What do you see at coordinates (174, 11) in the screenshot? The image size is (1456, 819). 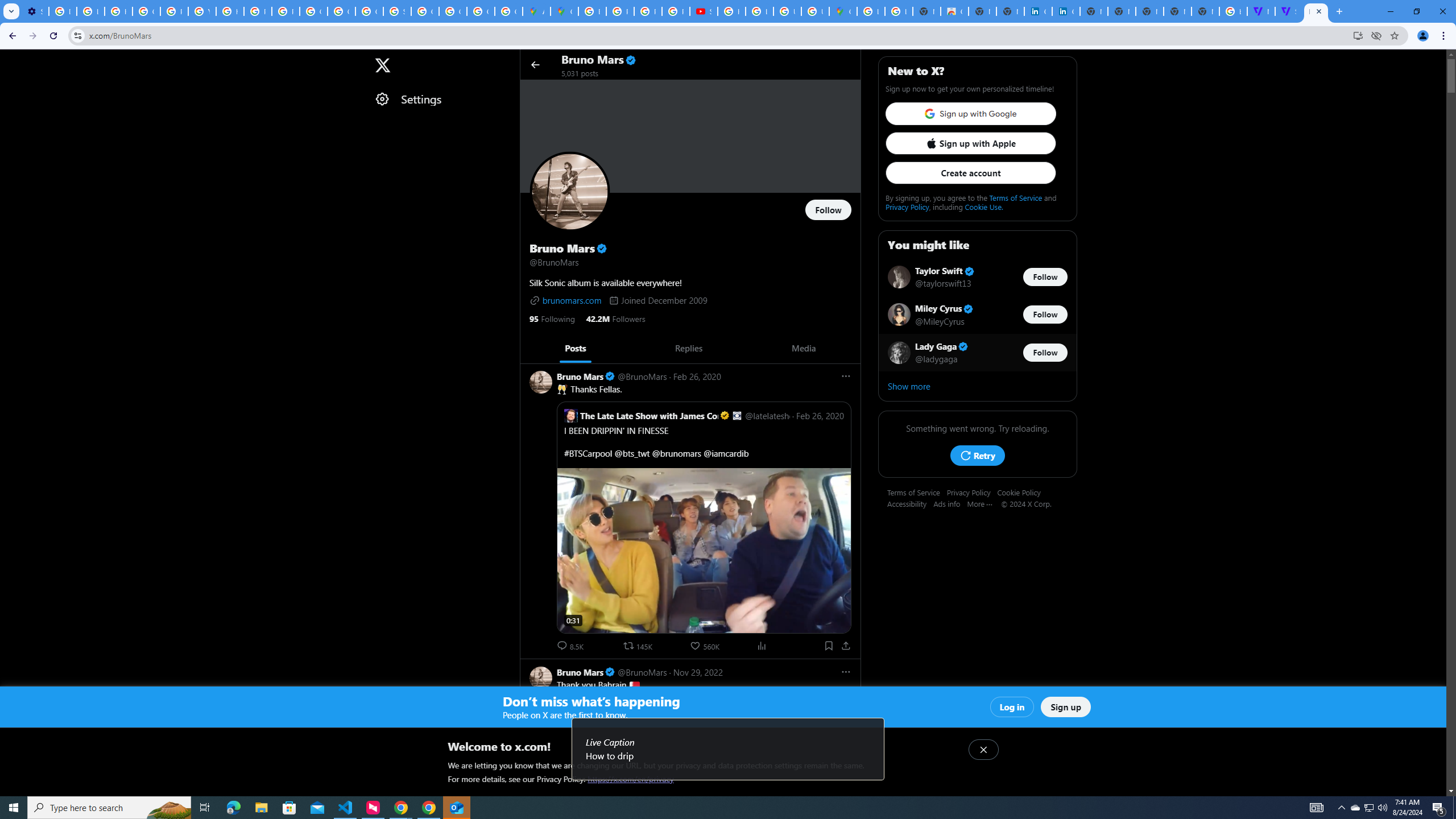 I see `'Privacy Help Center - Policies Help'` at bounding box center [174, 11].